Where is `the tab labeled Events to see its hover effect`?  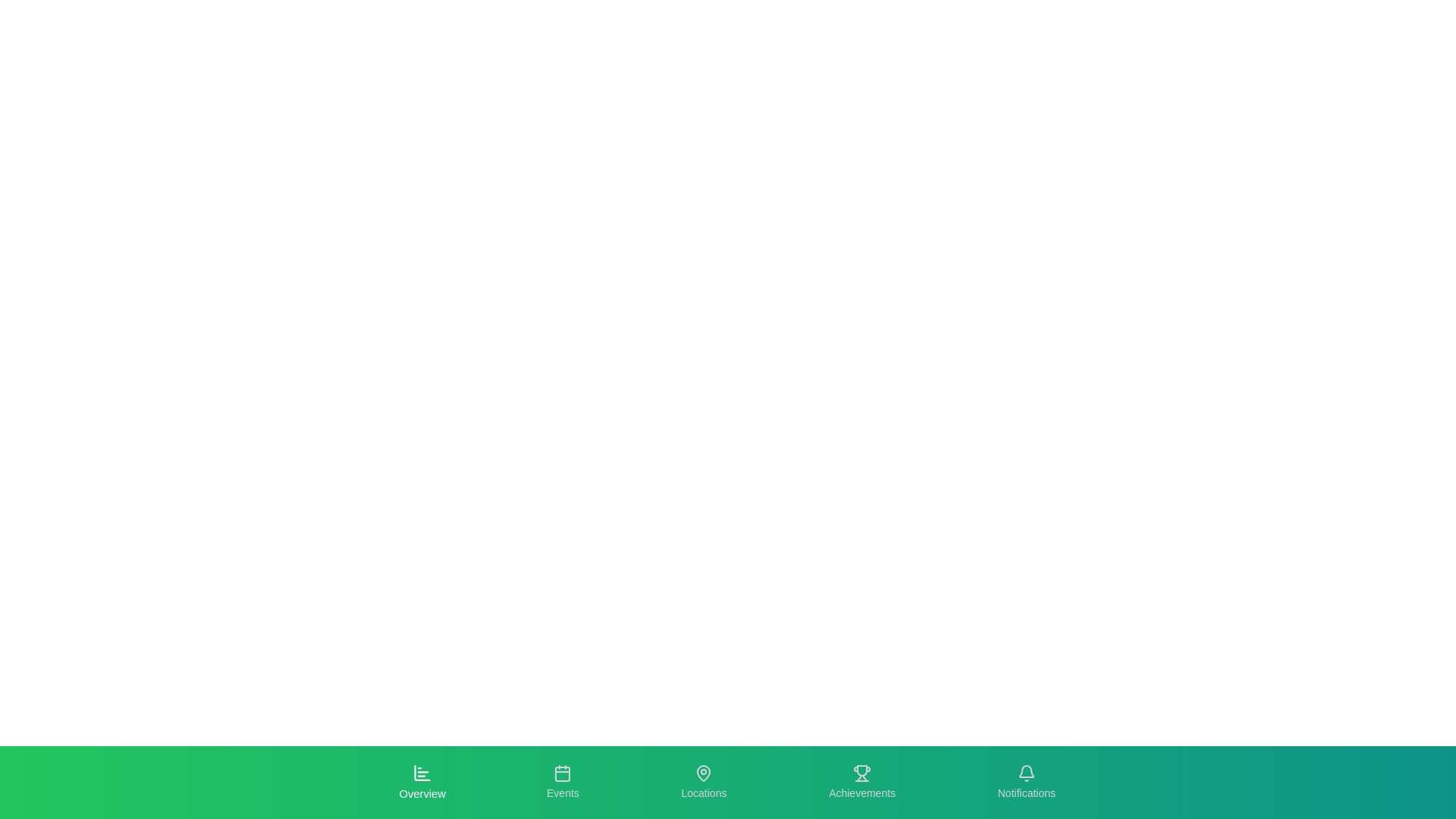 the tab labeled Events to see its hover effect is located at coordinates (562, 783).